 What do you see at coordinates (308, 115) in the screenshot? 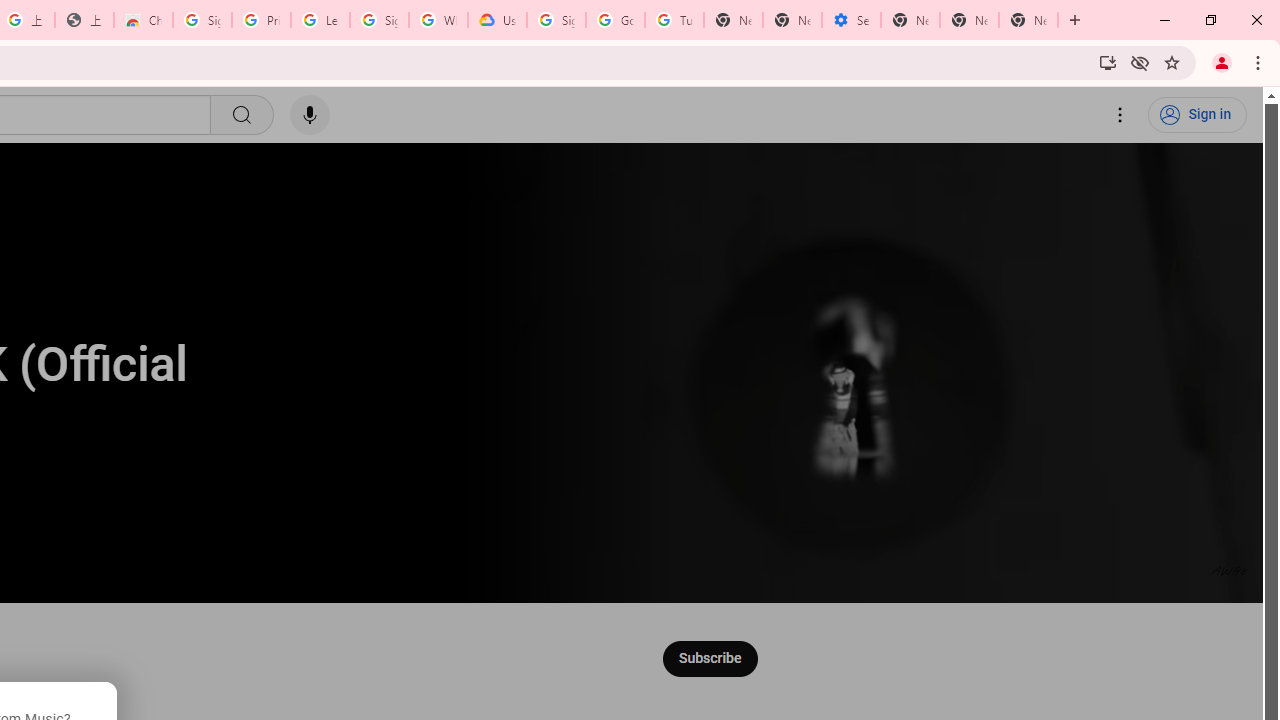
I see `'Search with your voice'` at bounding box center [308, 115].